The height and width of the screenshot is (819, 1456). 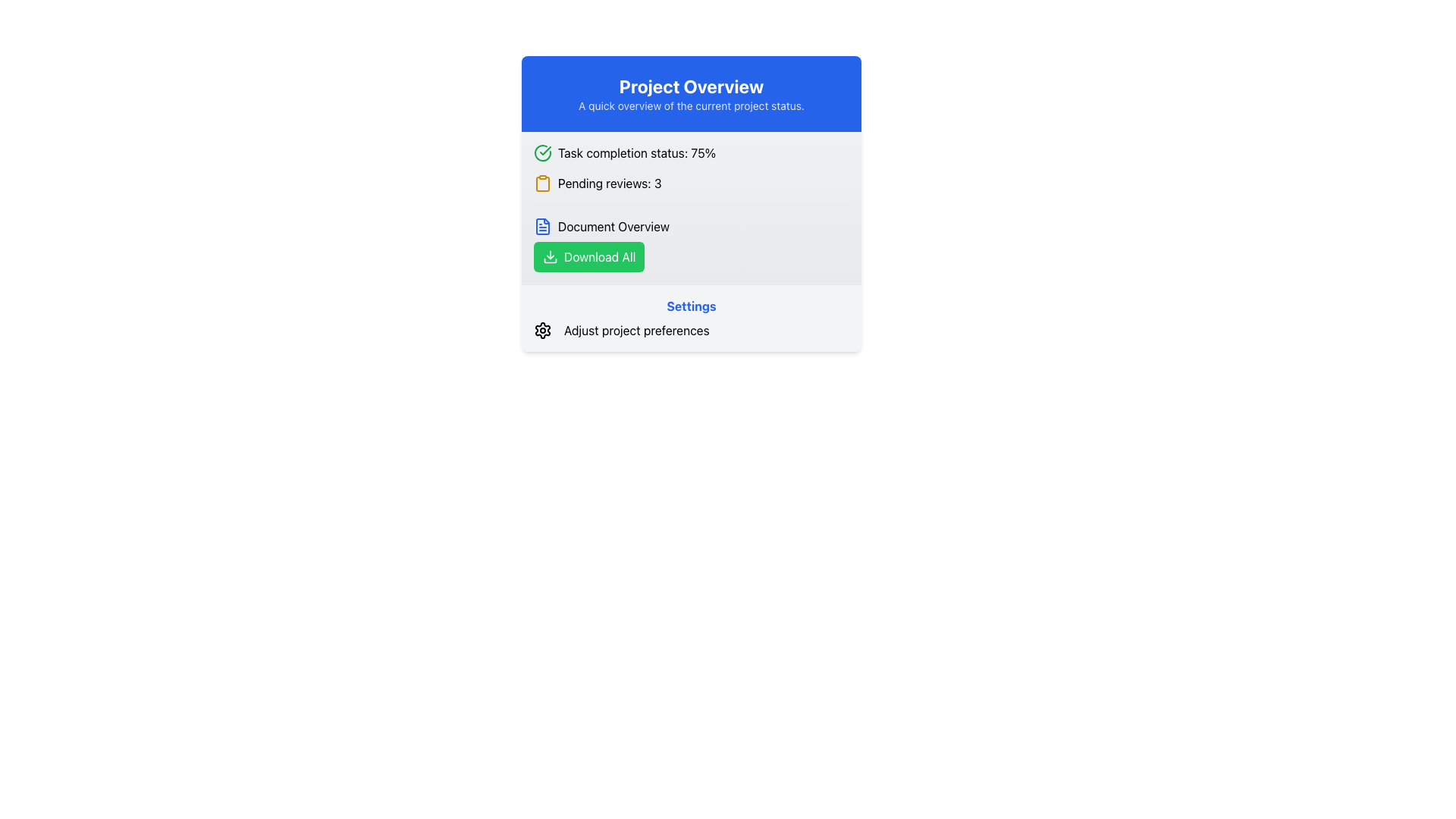 I want to click on the icon associated with the 'Document Overview' label, located in the 'Project Overview' section, so click(x=542, y=227).